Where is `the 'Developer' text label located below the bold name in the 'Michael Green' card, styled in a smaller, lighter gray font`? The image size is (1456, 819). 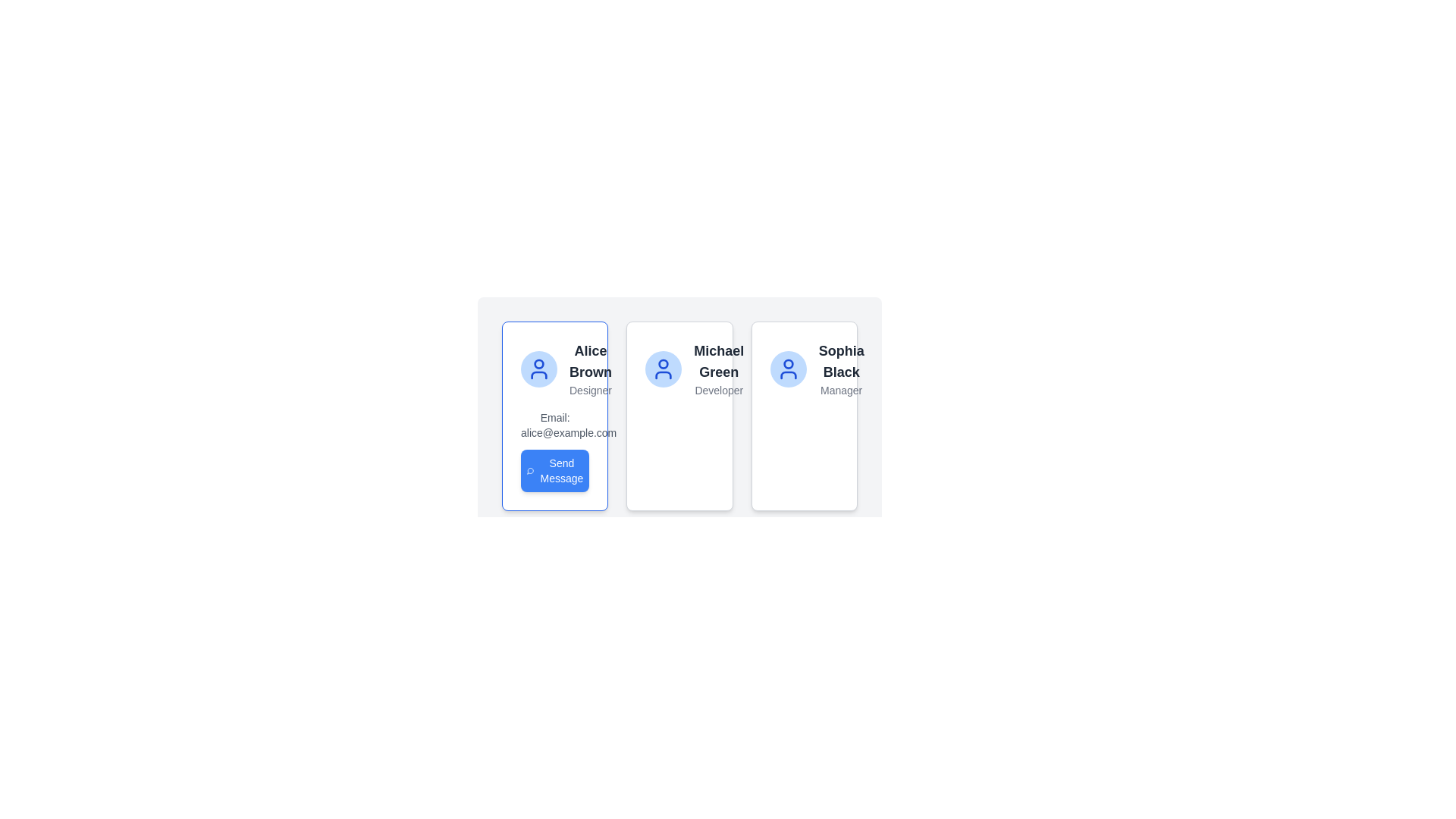 the 'Developer' text label located below the bold name in the 'Michael Green' card, styled in a smaller, lighter gray font is located at coordinates (718, 390).